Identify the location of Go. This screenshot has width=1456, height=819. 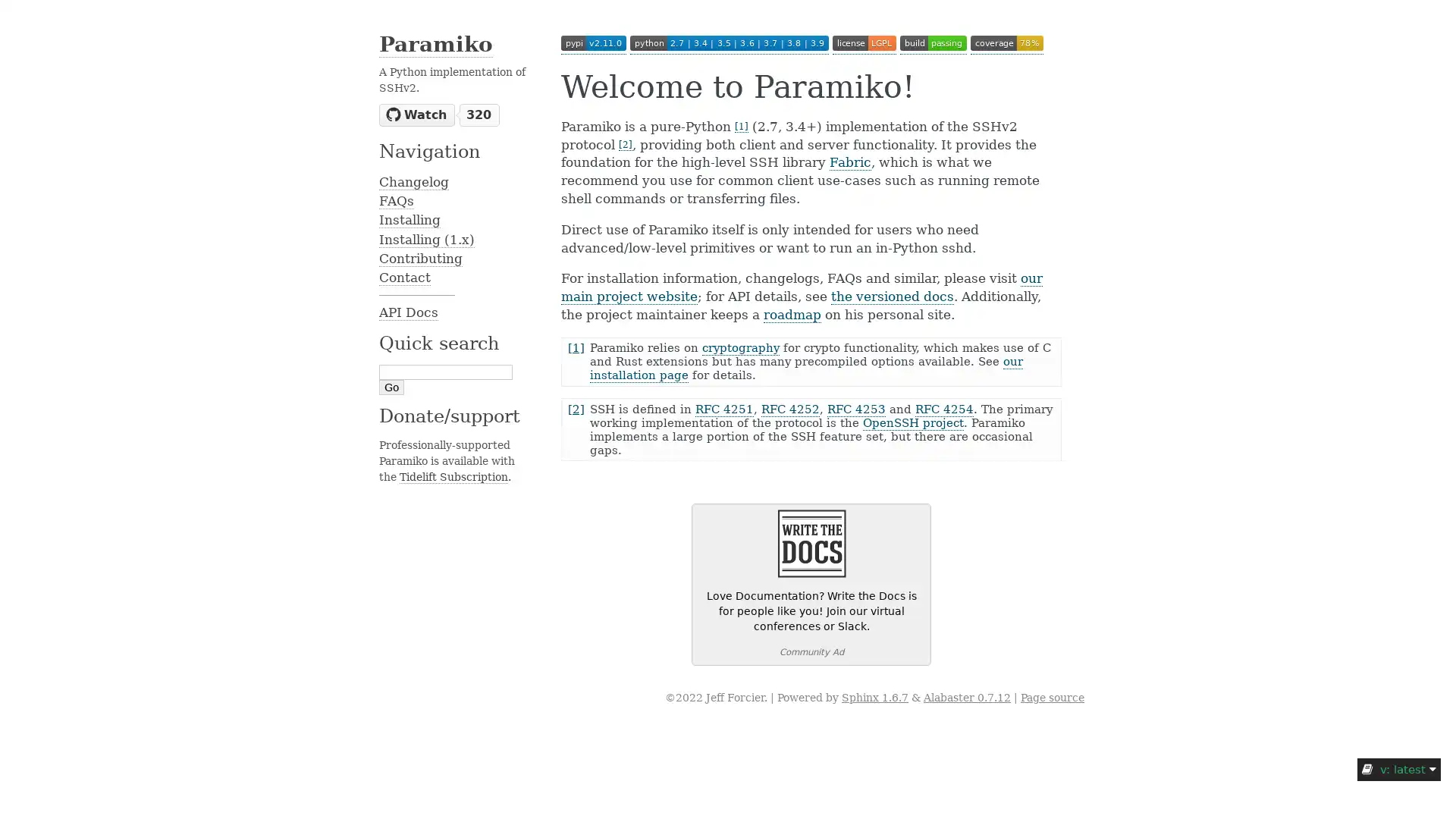
(391, 386).